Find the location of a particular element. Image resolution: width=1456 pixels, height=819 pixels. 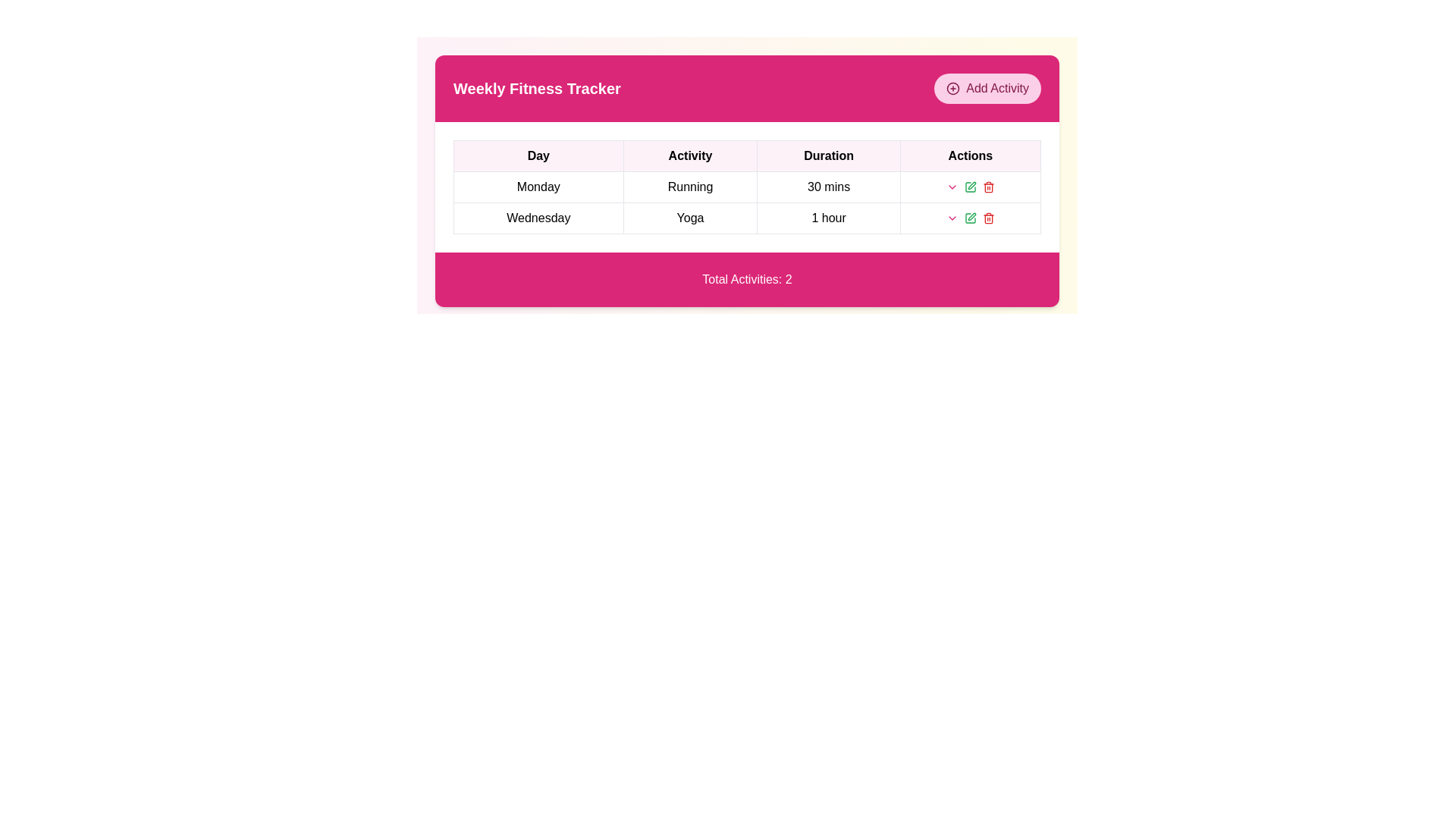

the circular icon with a plus symbol inside, located on the left side of the 'Add Activity' button in the top right corner of the pink section containing the 'Weekly Fitness Tracker' heading is located at coordinates (952, 88).